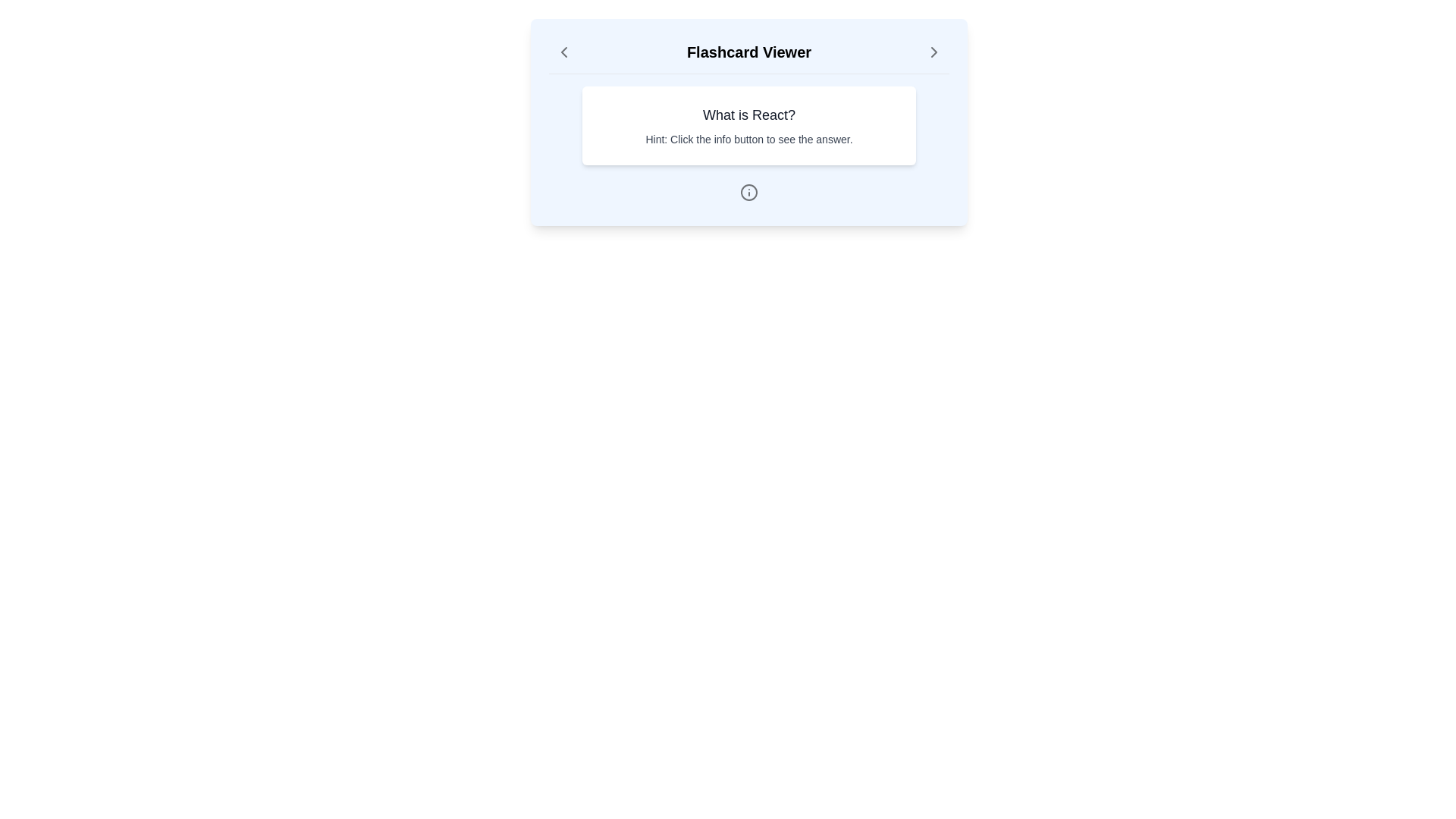 The image size is (1456, 819). What do you see at coordinates (749, 192) in the screenshot?
I see `the Information or Hint icon located at the center of the card's lower section` at bounding box center [749, 192].